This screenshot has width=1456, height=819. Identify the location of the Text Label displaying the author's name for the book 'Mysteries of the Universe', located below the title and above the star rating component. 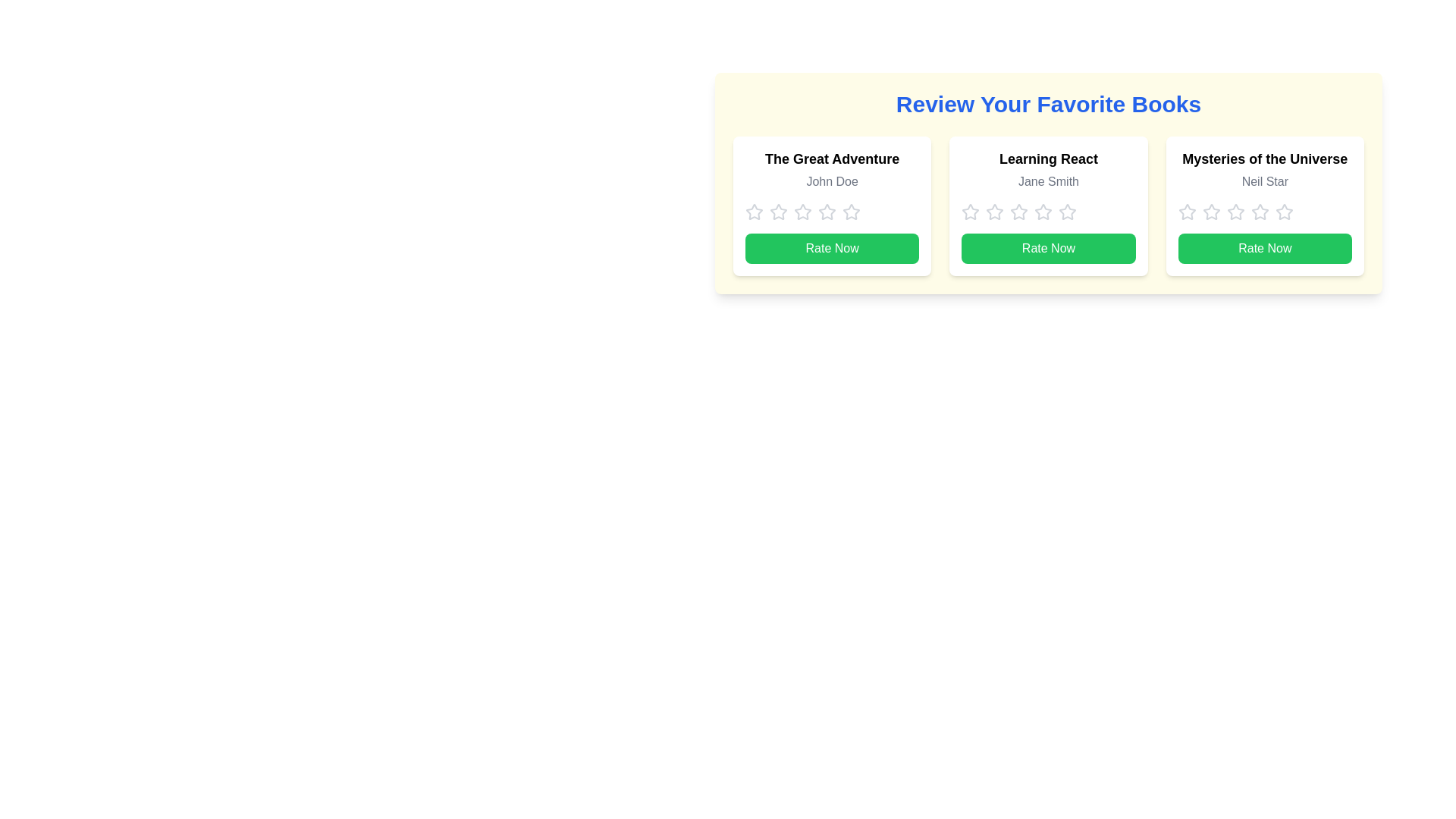
(1265, 180).